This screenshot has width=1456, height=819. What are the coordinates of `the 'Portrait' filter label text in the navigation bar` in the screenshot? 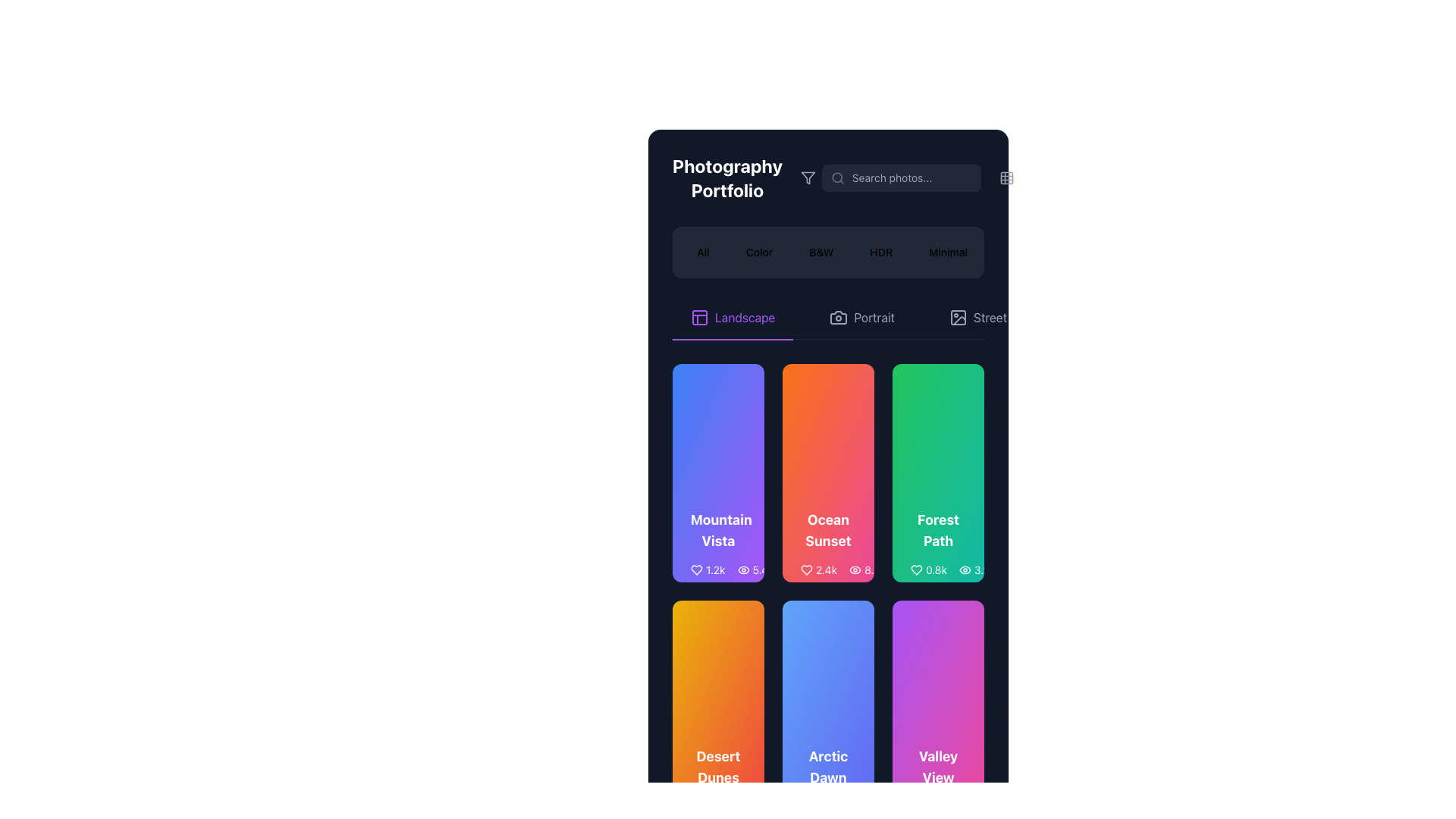 It's located at (874, 317).